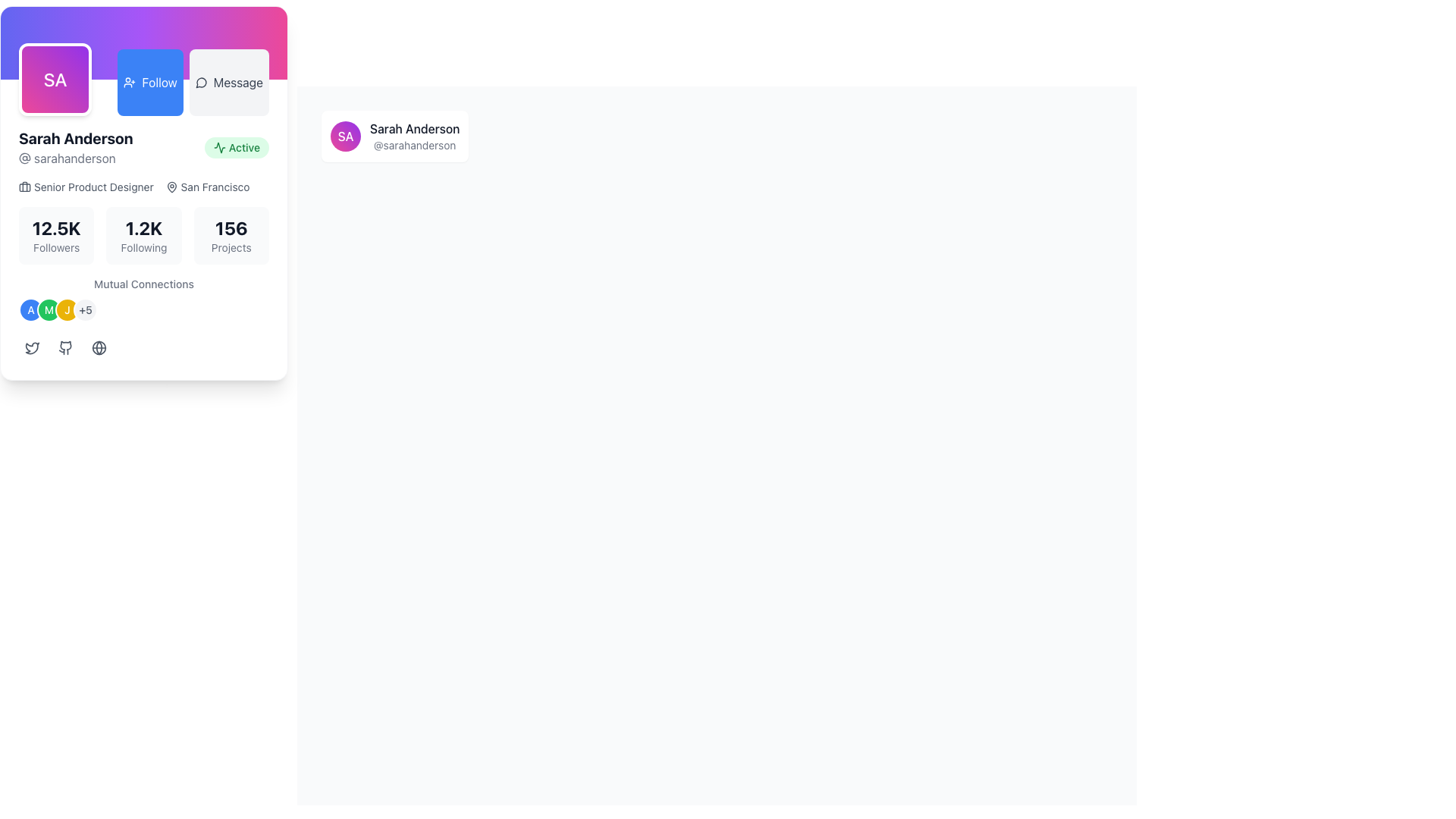  I want to click on the GitHub icon located at the bottom left of the user's profile card, so click(64, 348).